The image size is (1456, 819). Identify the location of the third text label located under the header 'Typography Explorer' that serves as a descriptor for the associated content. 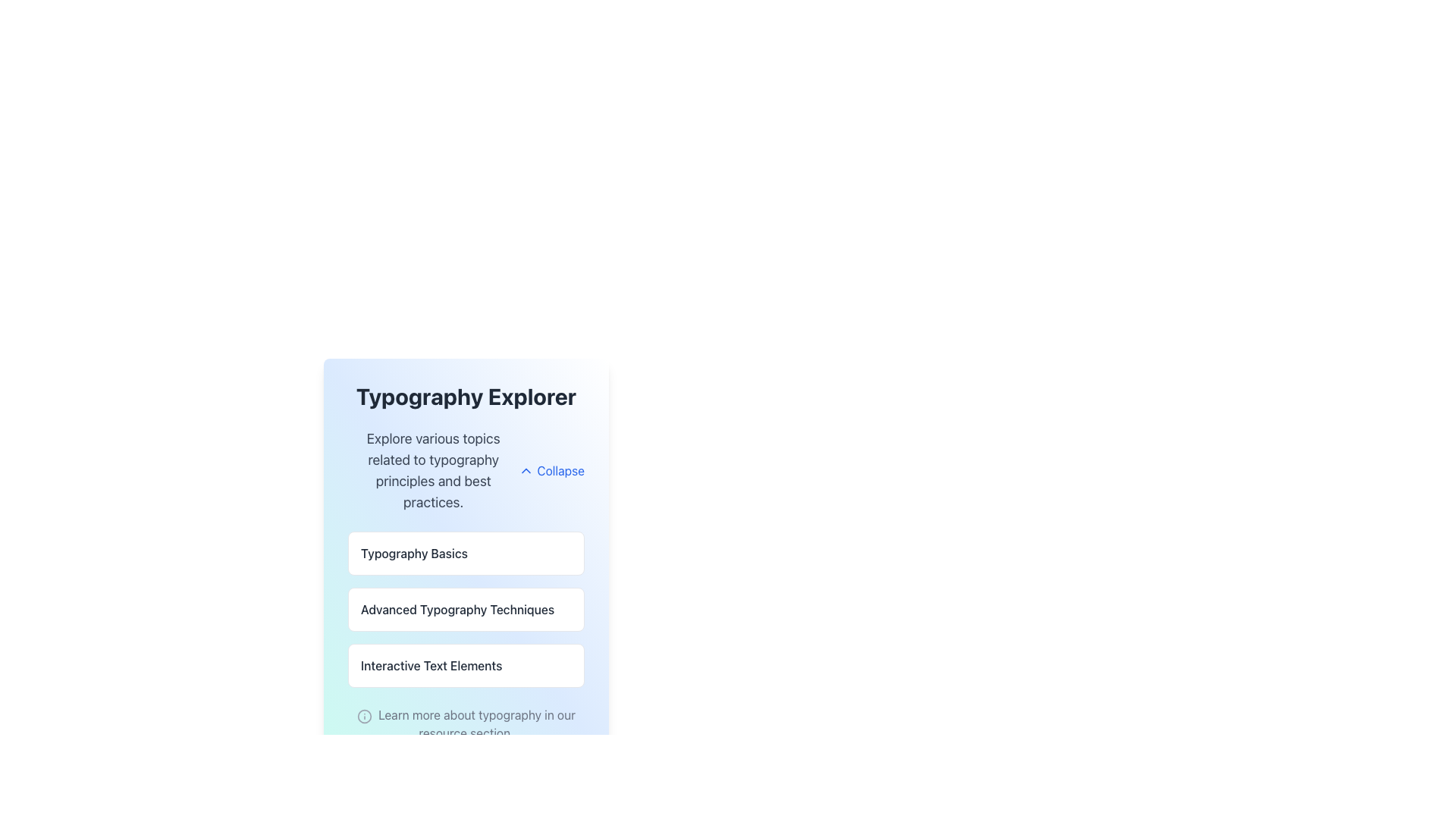
(431, 665).